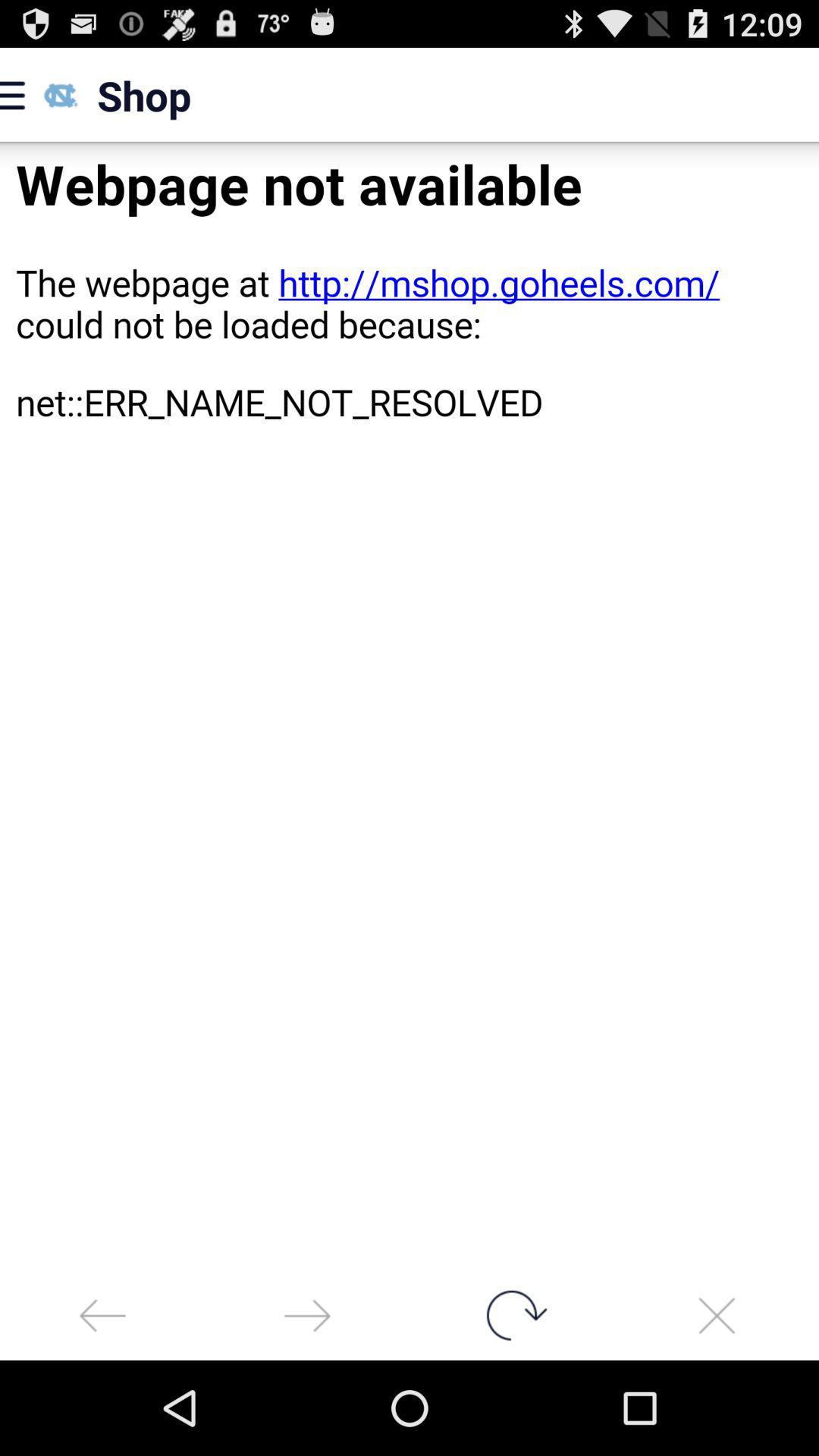 Image resolution: width=819 pixels, height=1456 pixels. Describe the element at coordinates (409, 706) in the screenshot. I see `error` at that location.